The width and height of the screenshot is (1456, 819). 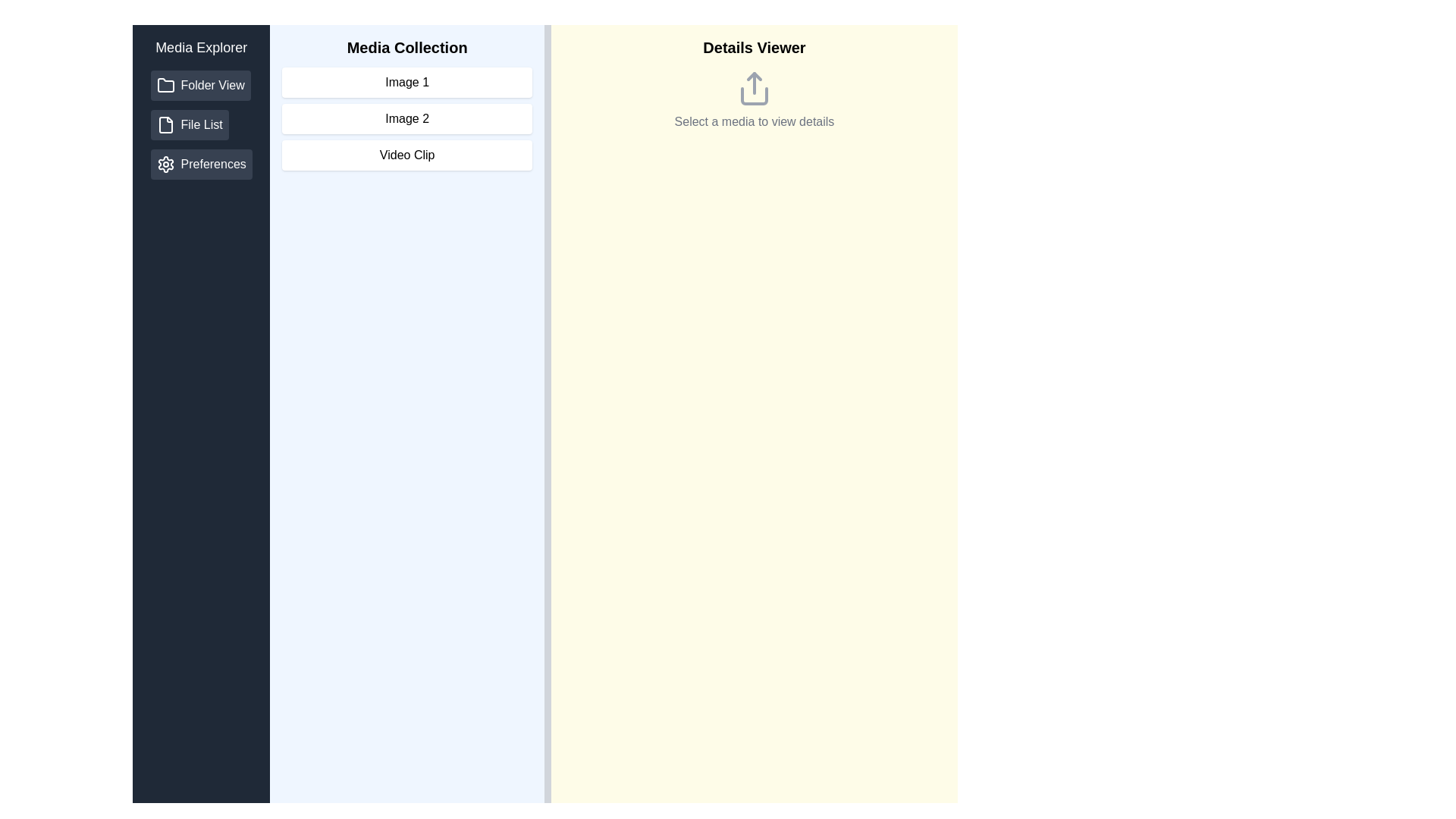 I want to click on the selectable list item labeled 'Image 2', so click(x=407, y=118).